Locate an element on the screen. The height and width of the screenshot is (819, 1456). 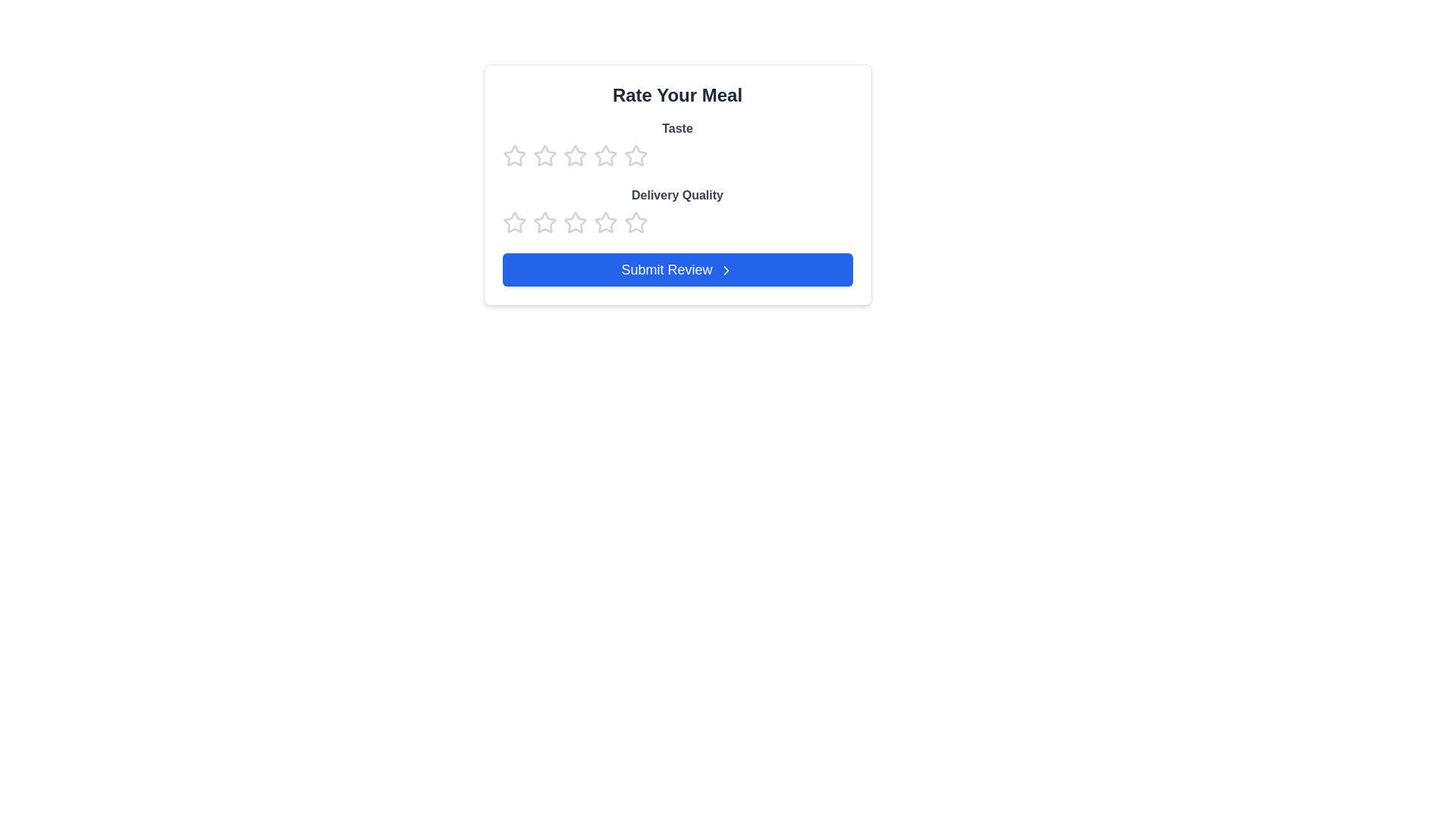
the second star-shaped interactive icon with a gray outline and a white fill, located below the 'Taste' text in the 'Rate Your Meal' section is located at coordinates (574, 155).